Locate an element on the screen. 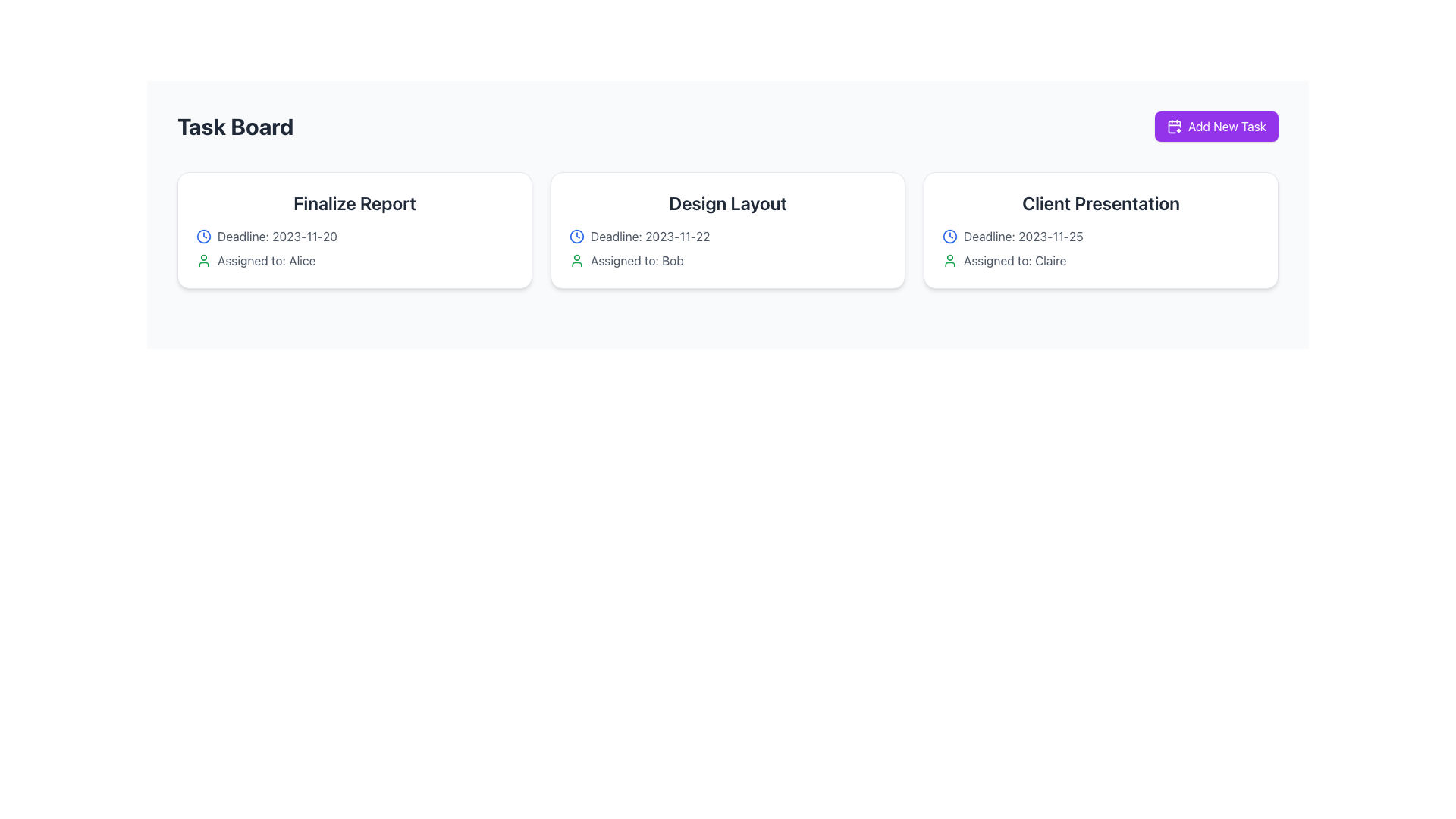 Image resolution: width=1456 pixels, height=819 pixels. the user icon representing the assignee 'Bob' in the 'Assigned to: Bob' label located in the second card titled 'Design Layout' is located at coordinates (576, 259).